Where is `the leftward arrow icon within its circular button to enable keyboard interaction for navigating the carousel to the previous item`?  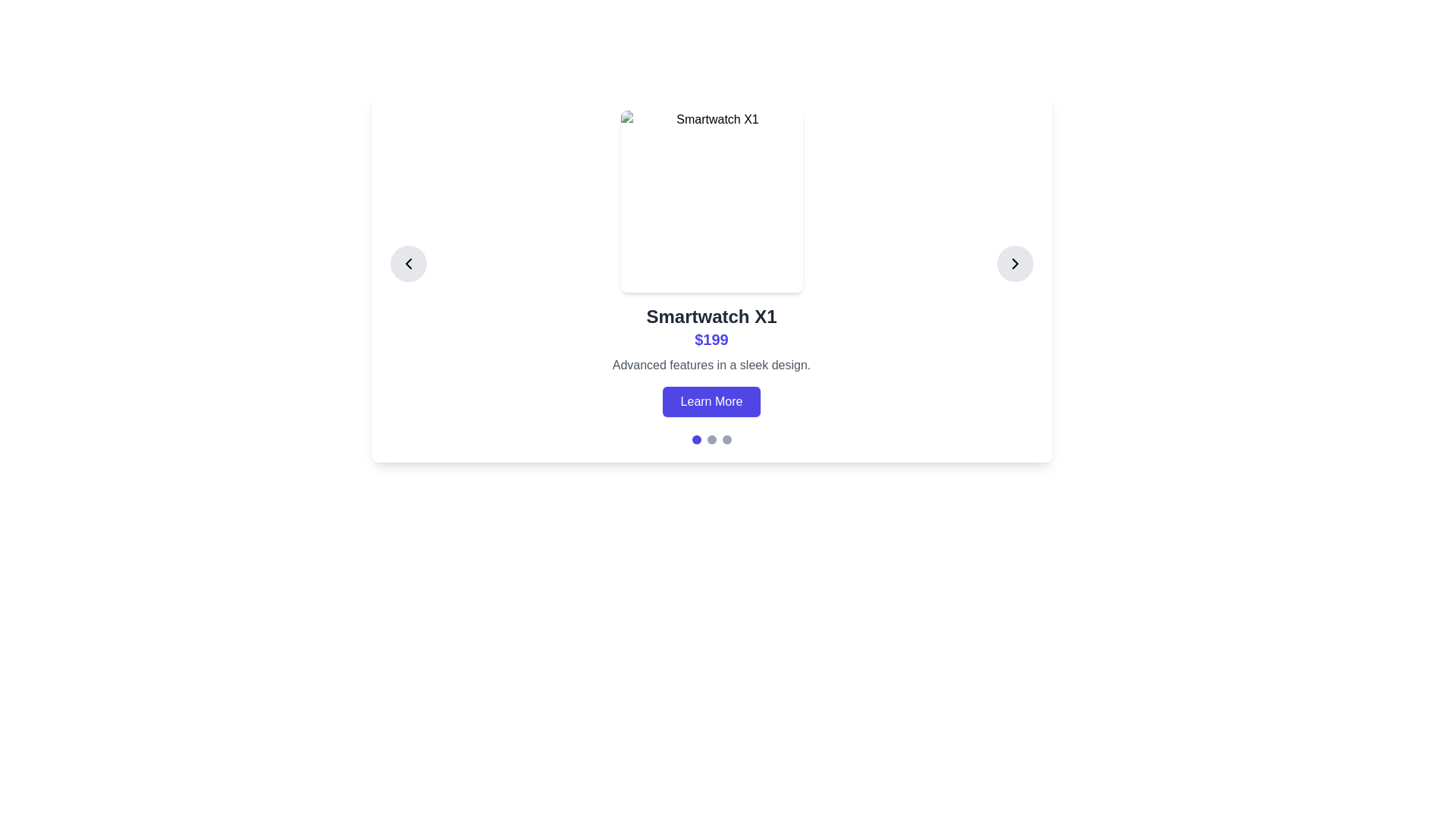 the leftward arrow icon within its circular button to enable keyboard interaction for navigating the carousel to the previous item is located at coordinates (408, 262).